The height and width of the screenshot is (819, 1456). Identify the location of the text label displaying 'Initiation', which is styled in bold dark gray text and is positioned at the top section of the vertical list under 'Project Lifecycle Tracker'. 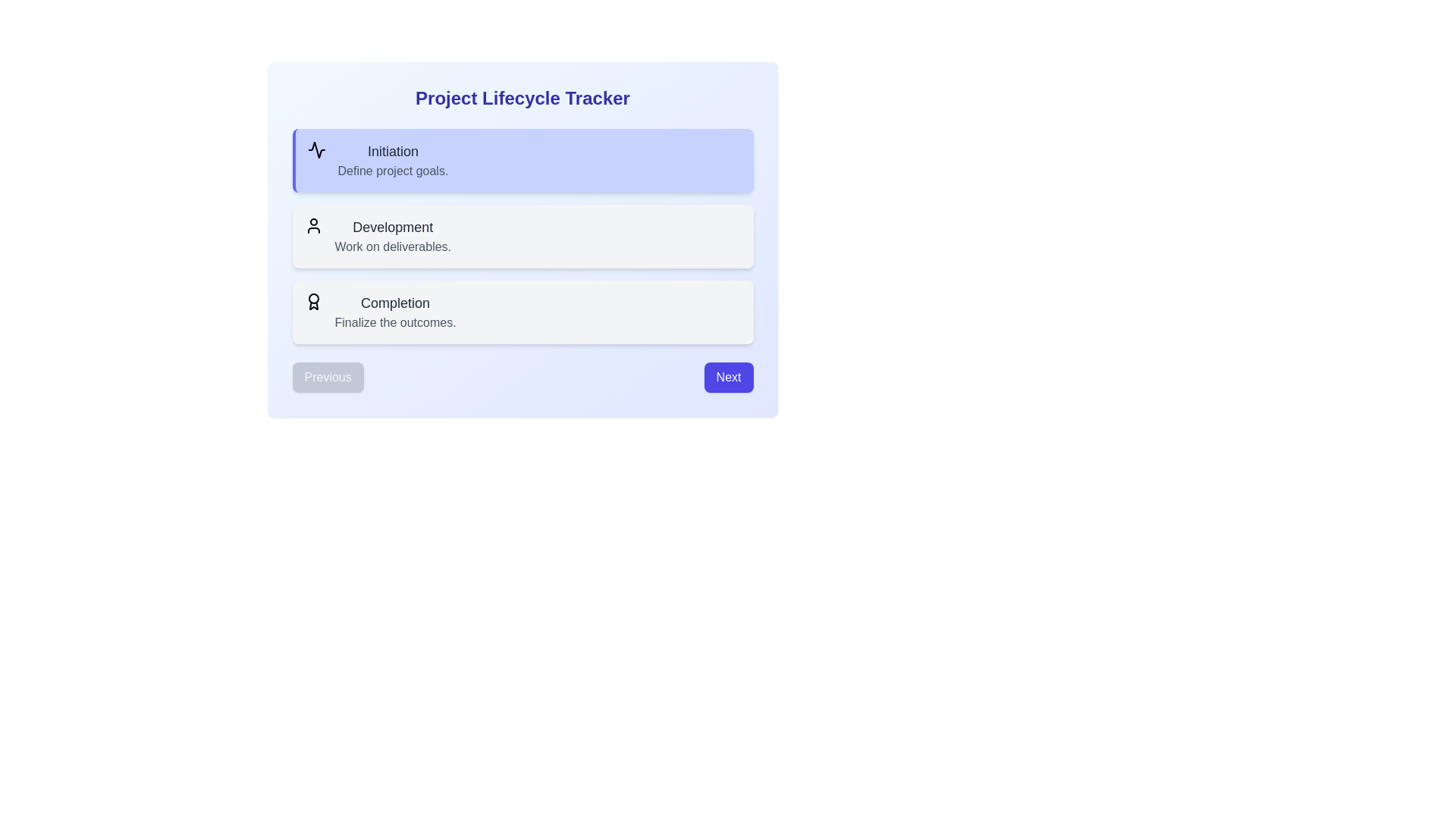
(393, 152).